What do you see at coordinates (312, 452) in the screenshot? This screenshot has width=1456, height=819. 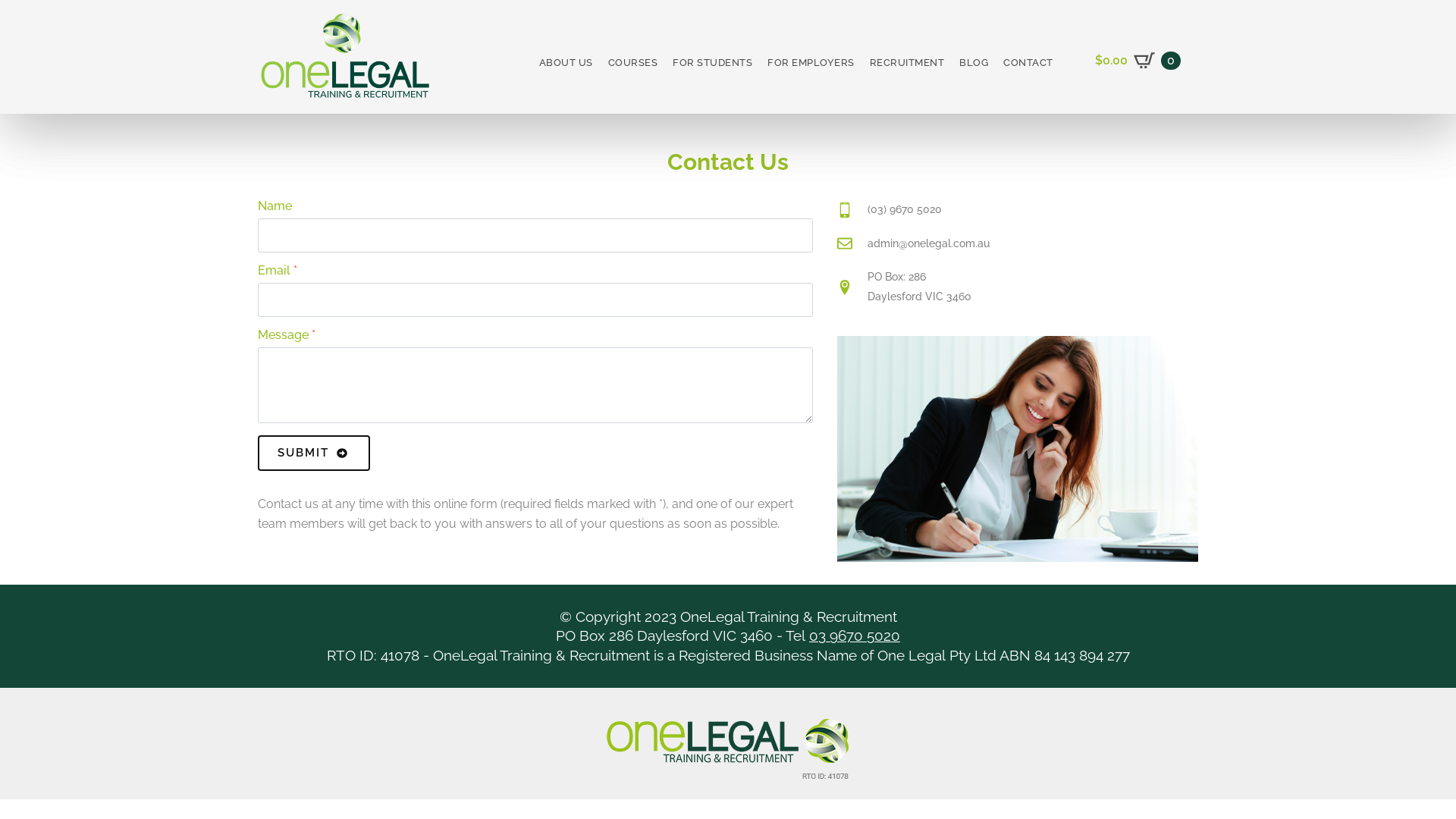 I see `'SUBMIT'` at bounding box center [312, 452].